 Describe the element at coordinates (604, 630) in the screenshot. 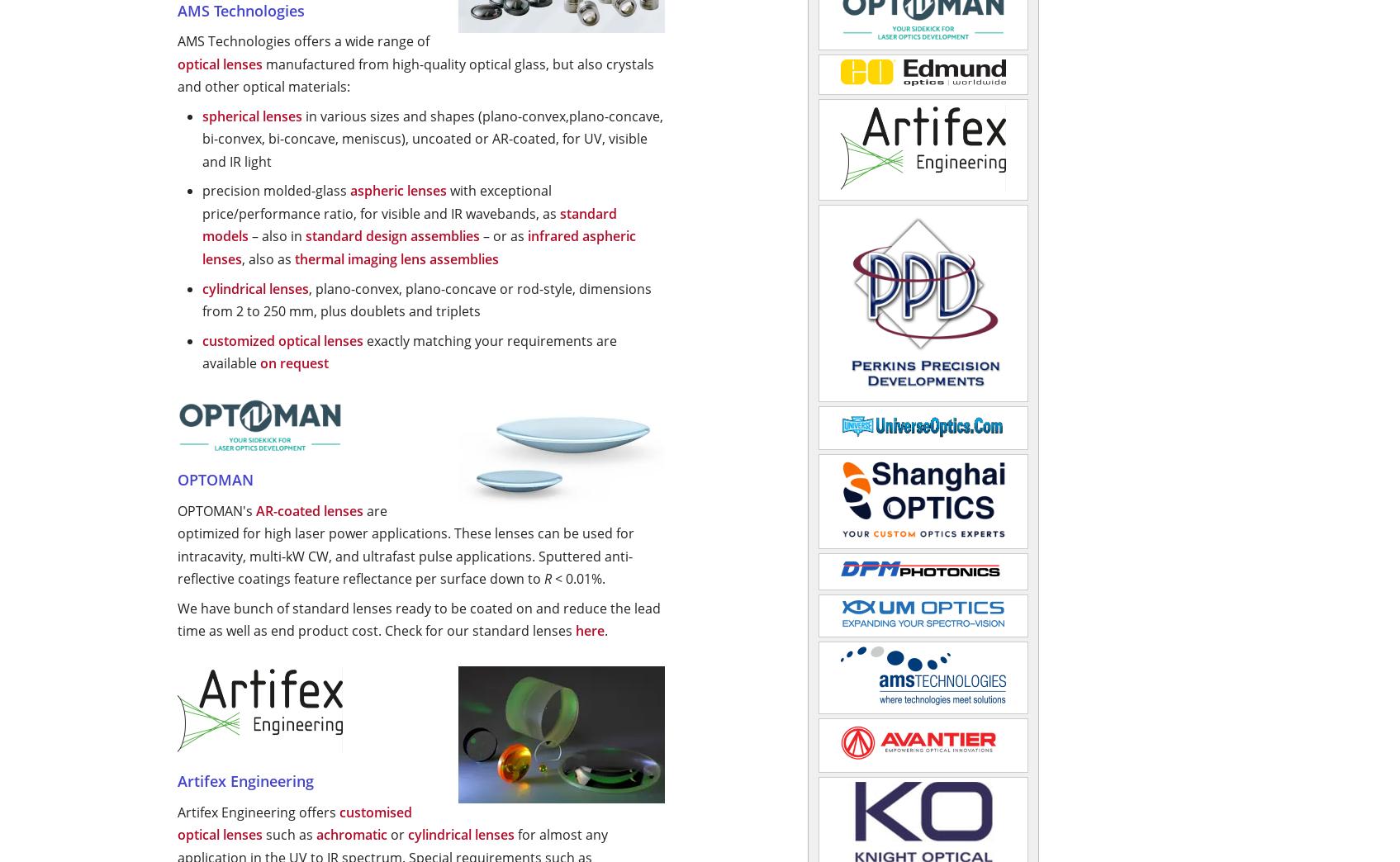

I see `'.'` at that location.